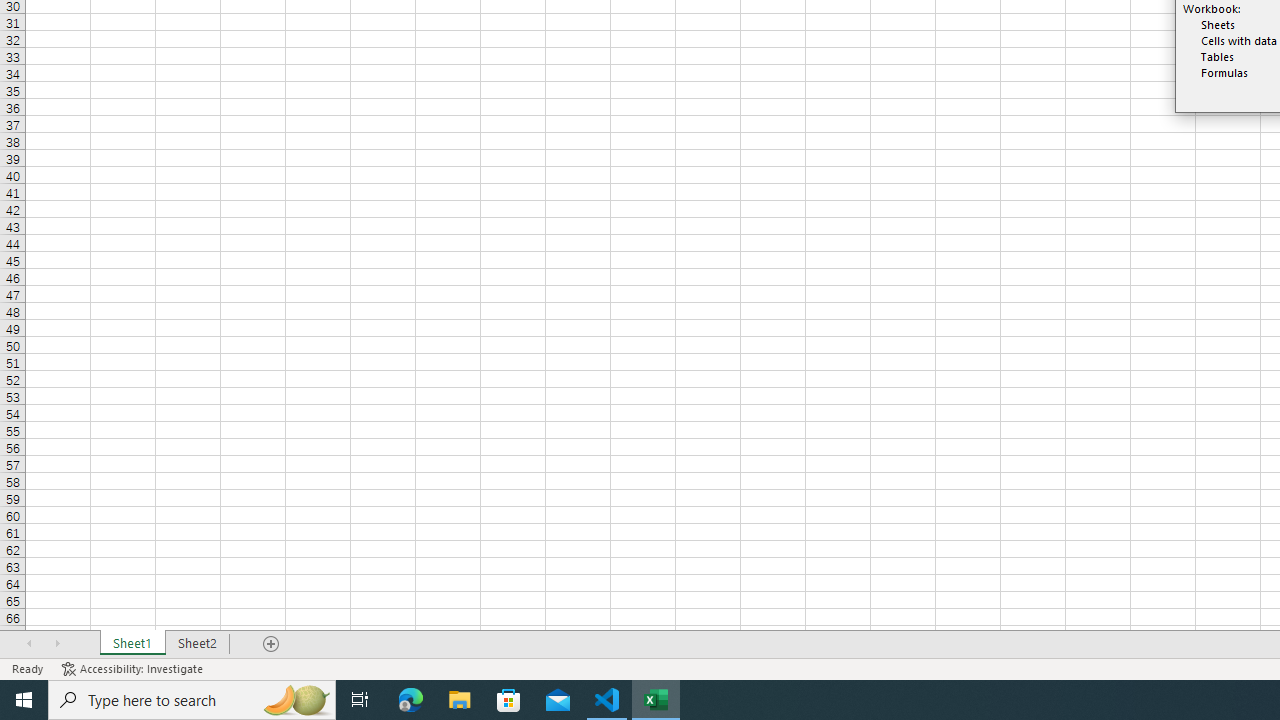  What do you see at coordinates (271, 644) in the screenshot?
I see `'Add Sheet'` at bounding box center [271, 644].